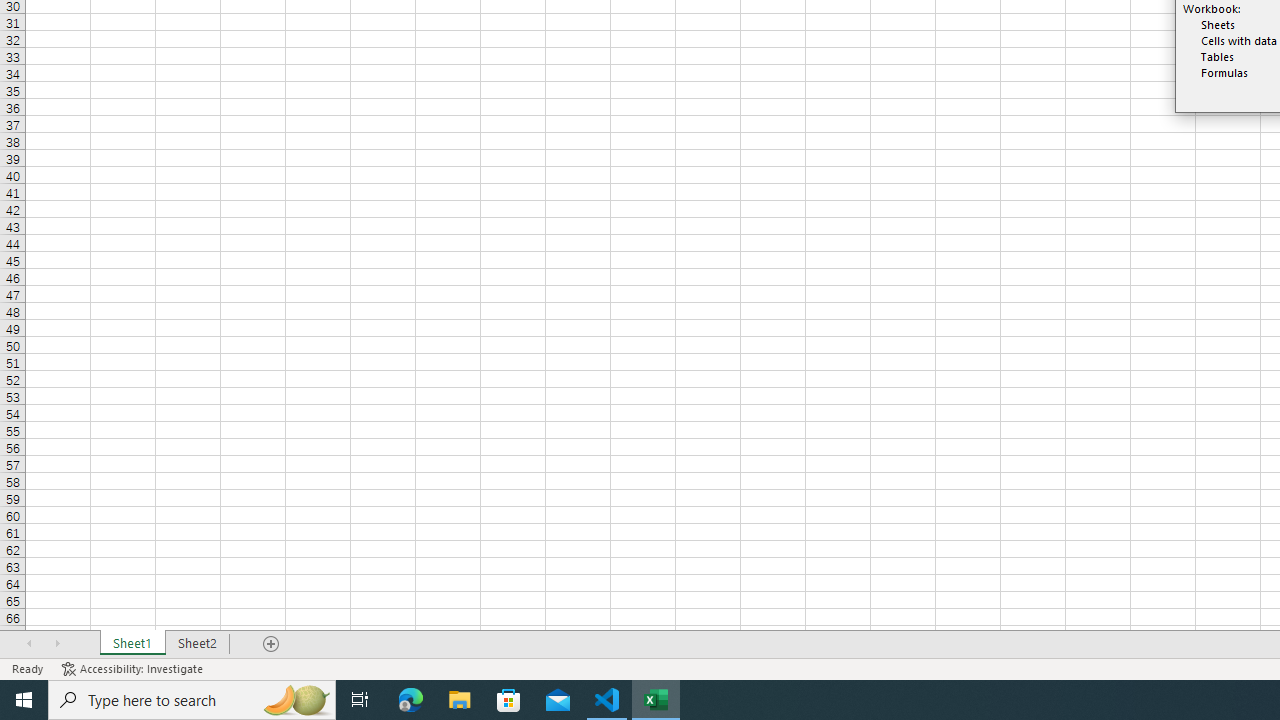  What do you see at coordinates (271, 644) in the screenshot?
I see `'Add Sheet'` at bounding box center [271, 644].